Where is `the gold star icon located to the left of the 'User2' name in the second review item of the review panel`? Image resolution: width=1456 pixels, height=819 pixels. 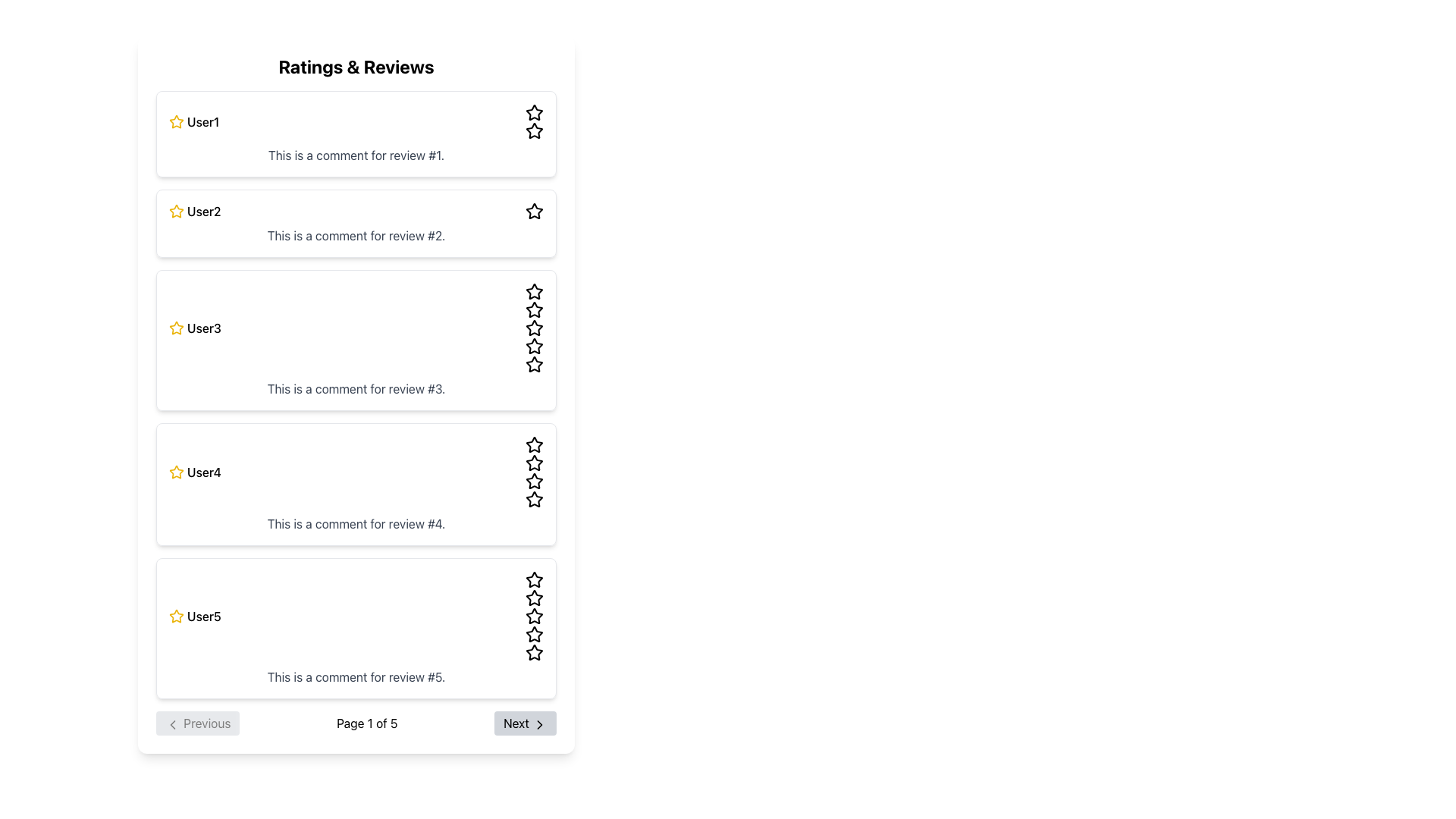 the gold star icon located to the left of the 'User2' name in the second review item of the review panel is located at coordinates (177, 211).